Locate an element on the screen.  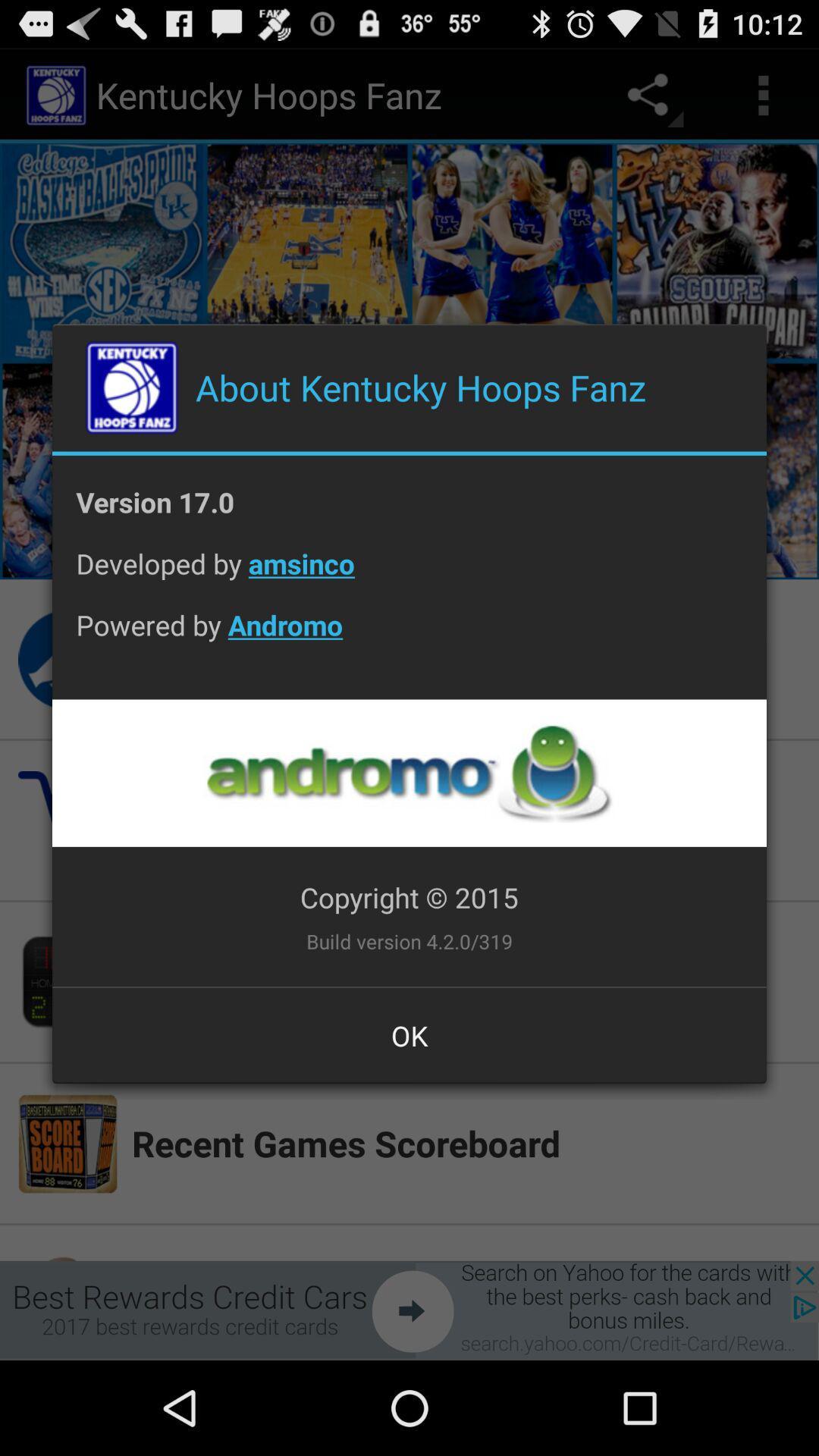
the app below the version 17.0 icon is located at coordinates (409, 574).